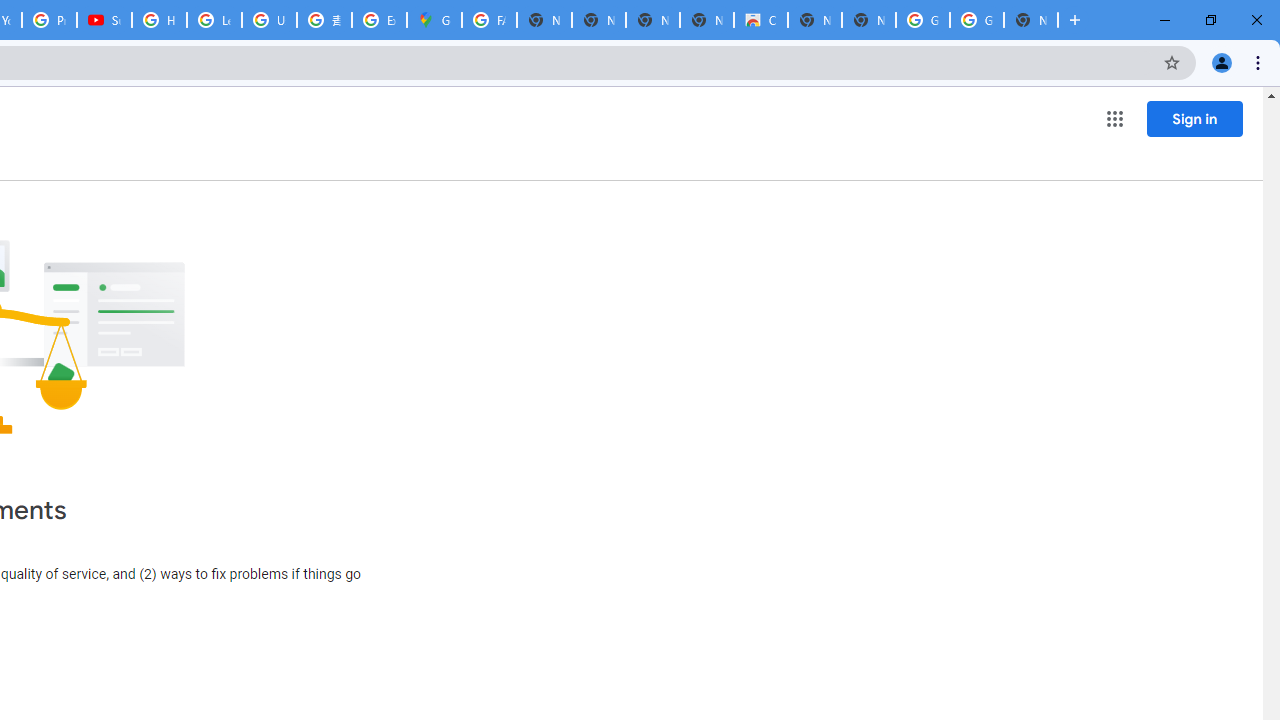  Describe the element at coordinates (1113, 119) in the screenshot. I see `'Google apps'` at that location.